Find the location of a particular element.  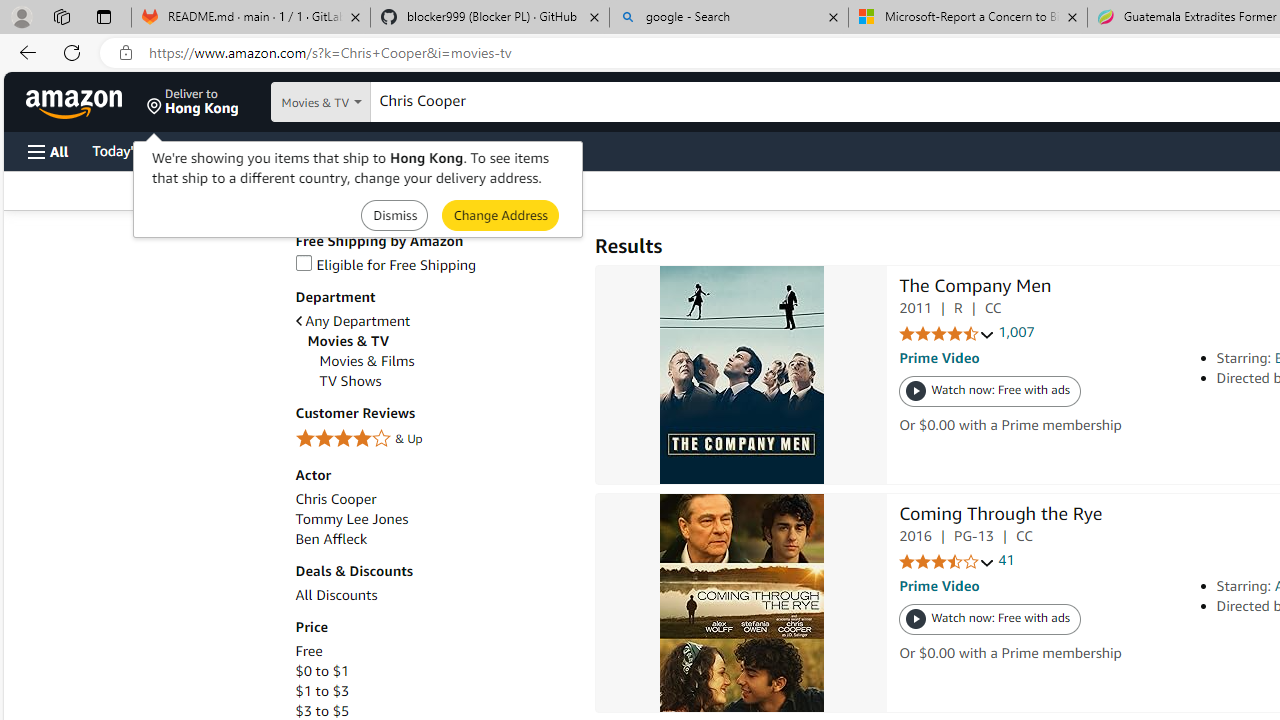

'Deliver to Hong Kong' is located at coordinates (193, 101).